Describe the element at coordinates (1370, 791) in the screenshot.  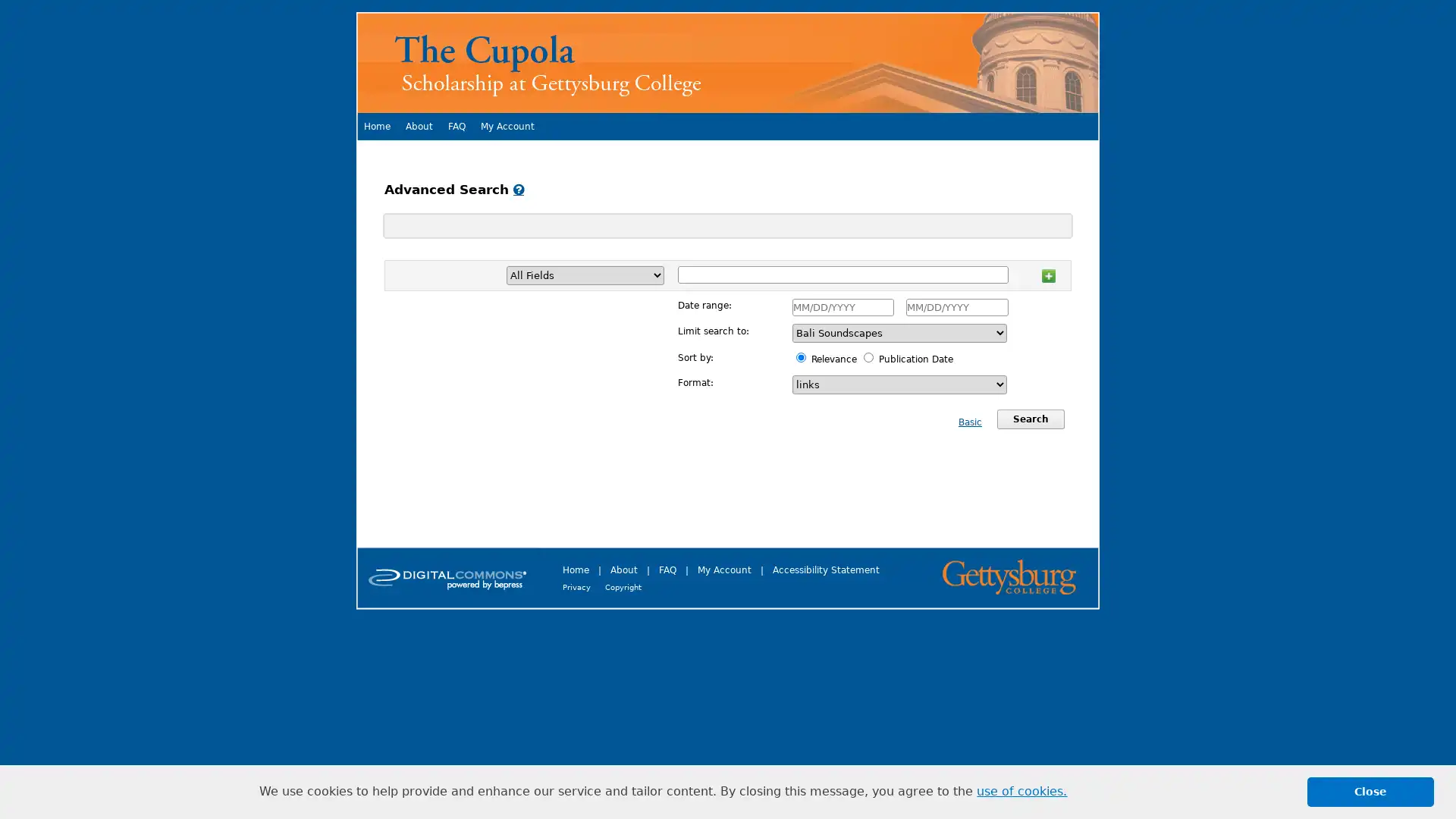
I see `dismiss cookie message` at that location.